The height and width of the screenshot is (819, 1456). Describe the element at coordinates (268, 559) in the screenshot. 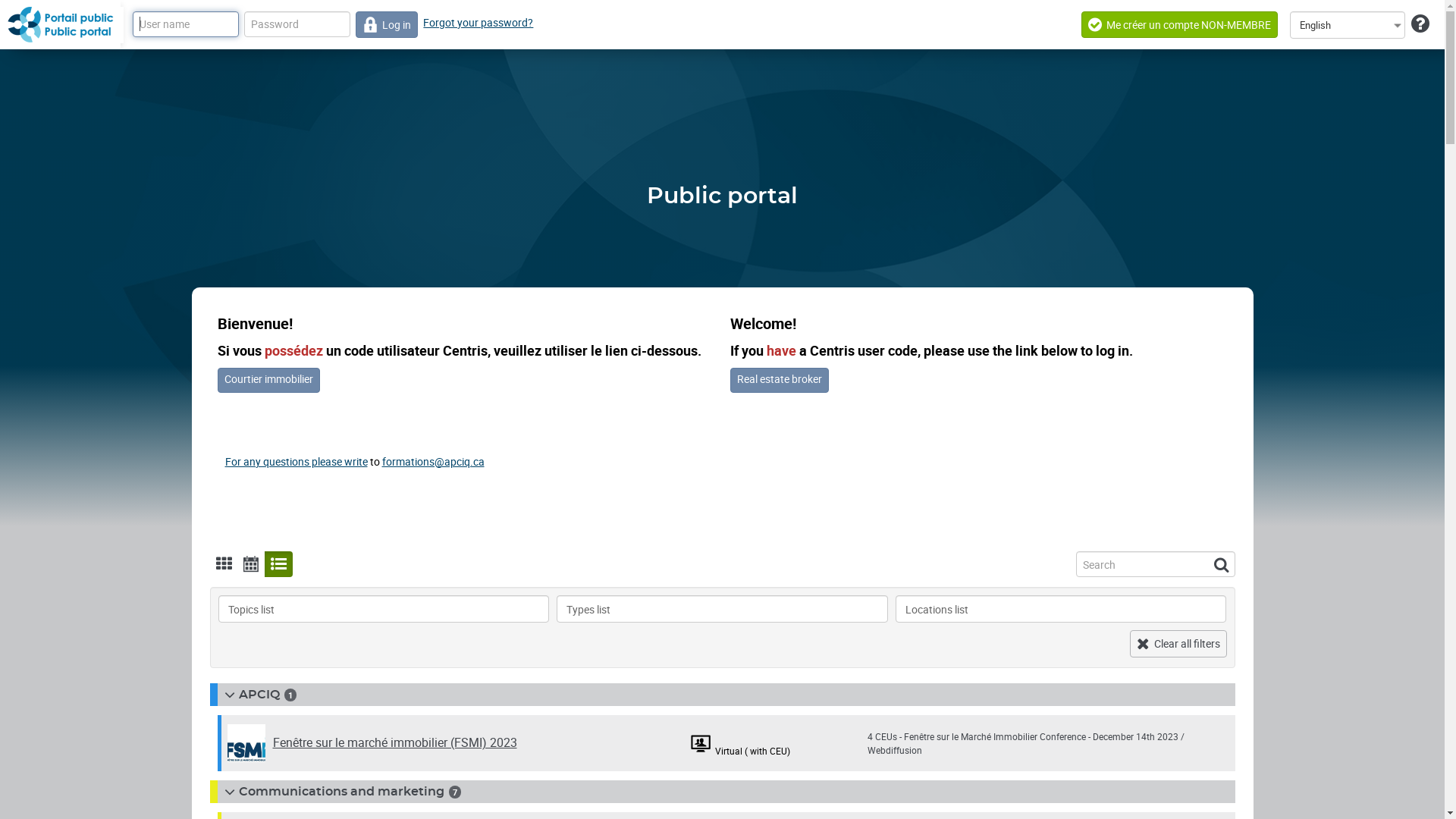

I see `'Display list'` at that location.